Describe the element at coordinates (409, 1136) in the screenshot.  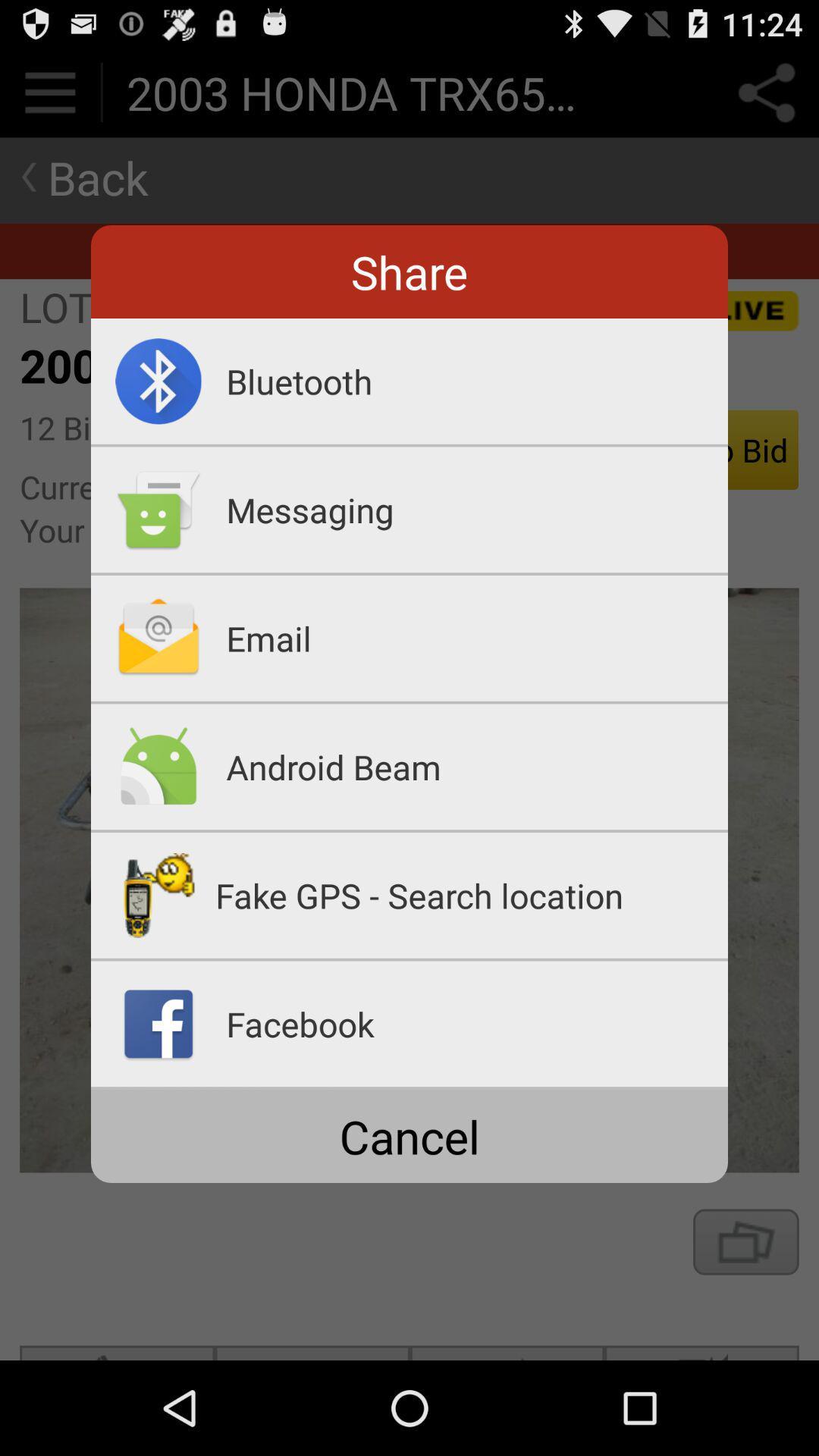
I see `the cancel icon` at that location.